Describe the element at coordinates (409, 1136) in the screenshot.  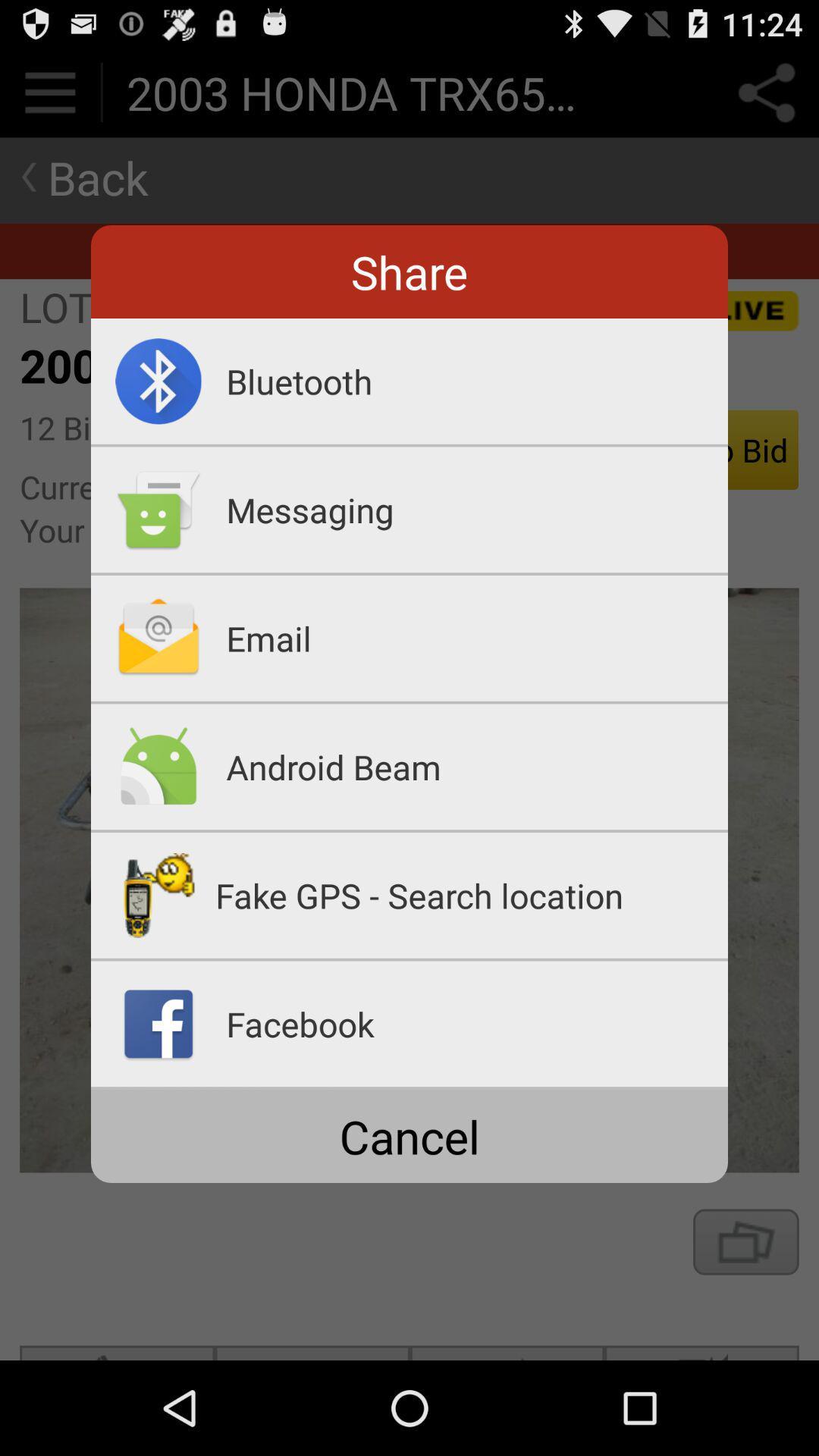
I see `the cancel icon` at that location.